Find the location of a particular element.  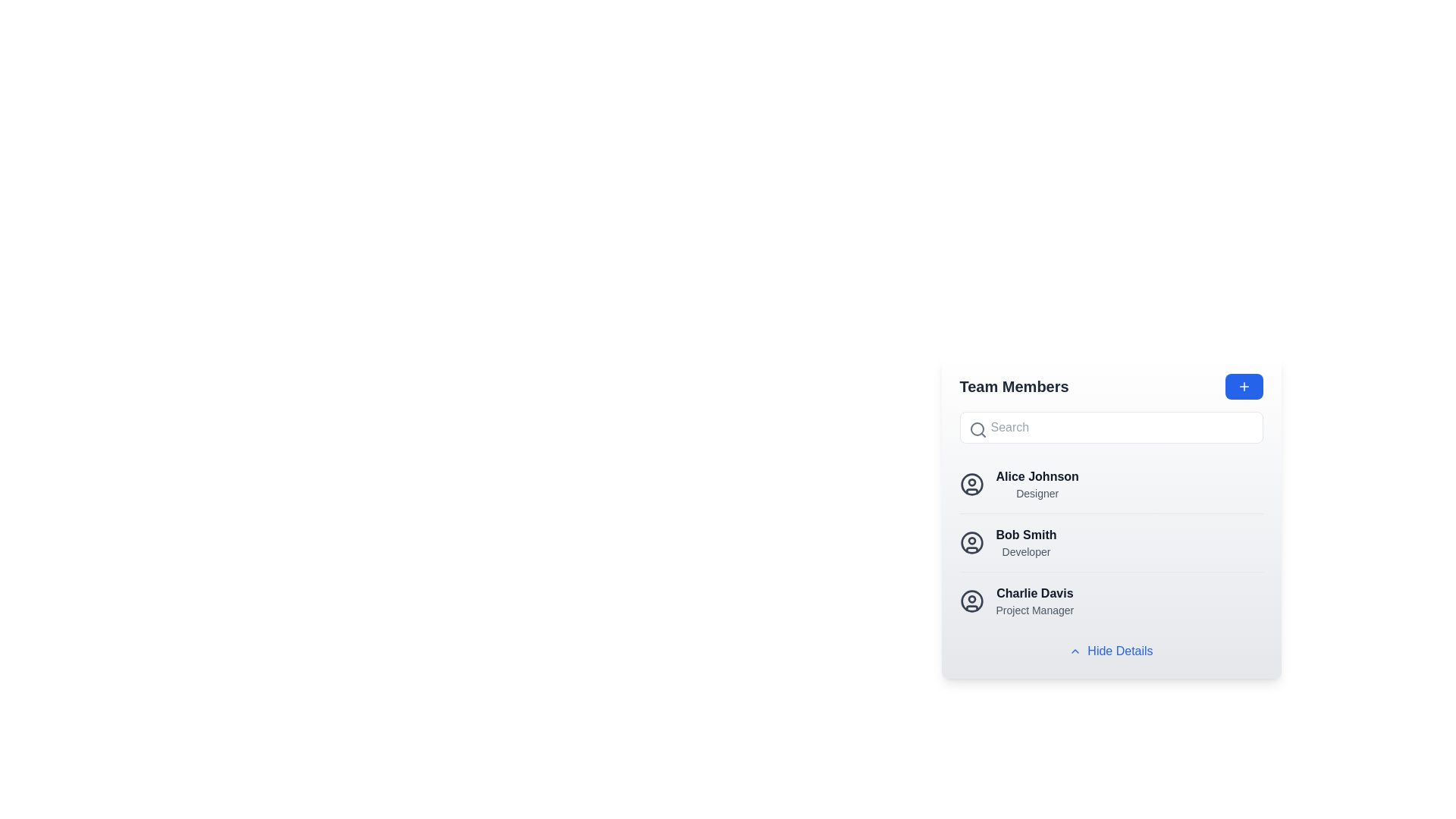

text label displaying 'Designer' located in the 'Team Members' section, directly underneath 'Alice Johnson' is located at coordinates (1037, 494).